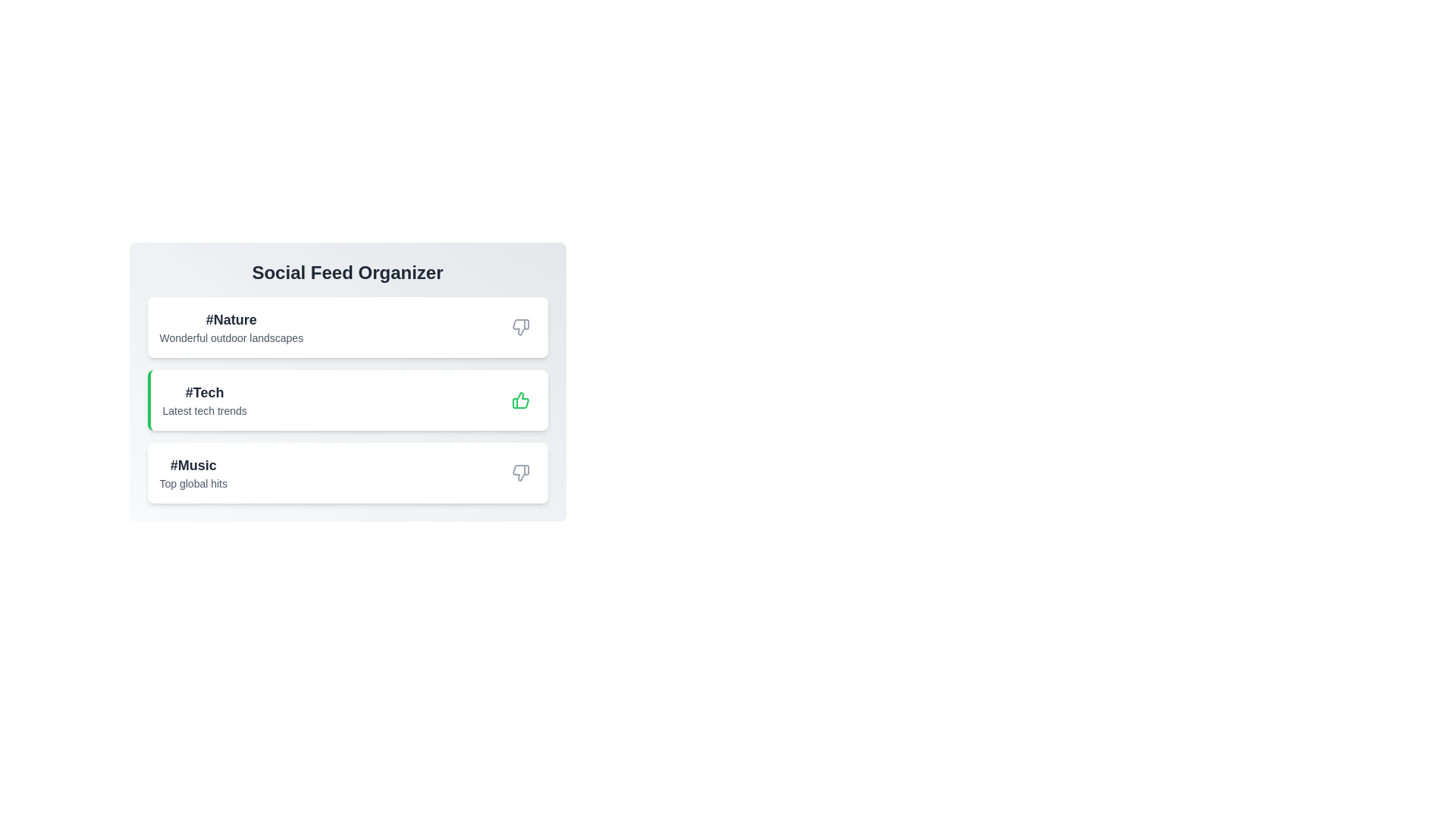 This screenshot has width=1456, height=819. Describe the element at coordinates (203, 391) in the screenshot. I see `the category text Tech to select it` at that location.